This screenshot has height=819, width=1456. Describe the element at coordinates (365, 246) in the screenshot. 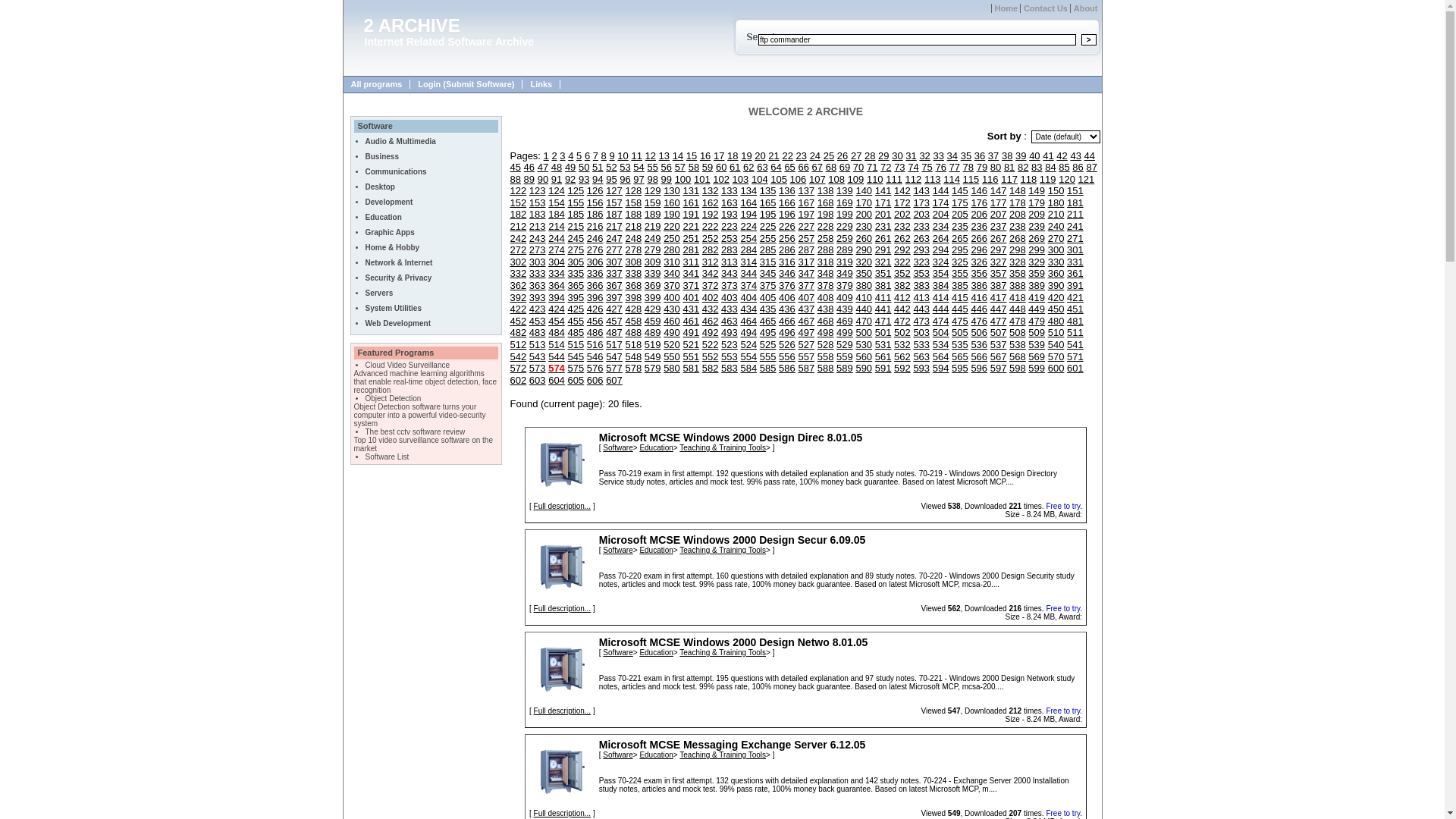

I see `'Home & Hobby'` at that location.